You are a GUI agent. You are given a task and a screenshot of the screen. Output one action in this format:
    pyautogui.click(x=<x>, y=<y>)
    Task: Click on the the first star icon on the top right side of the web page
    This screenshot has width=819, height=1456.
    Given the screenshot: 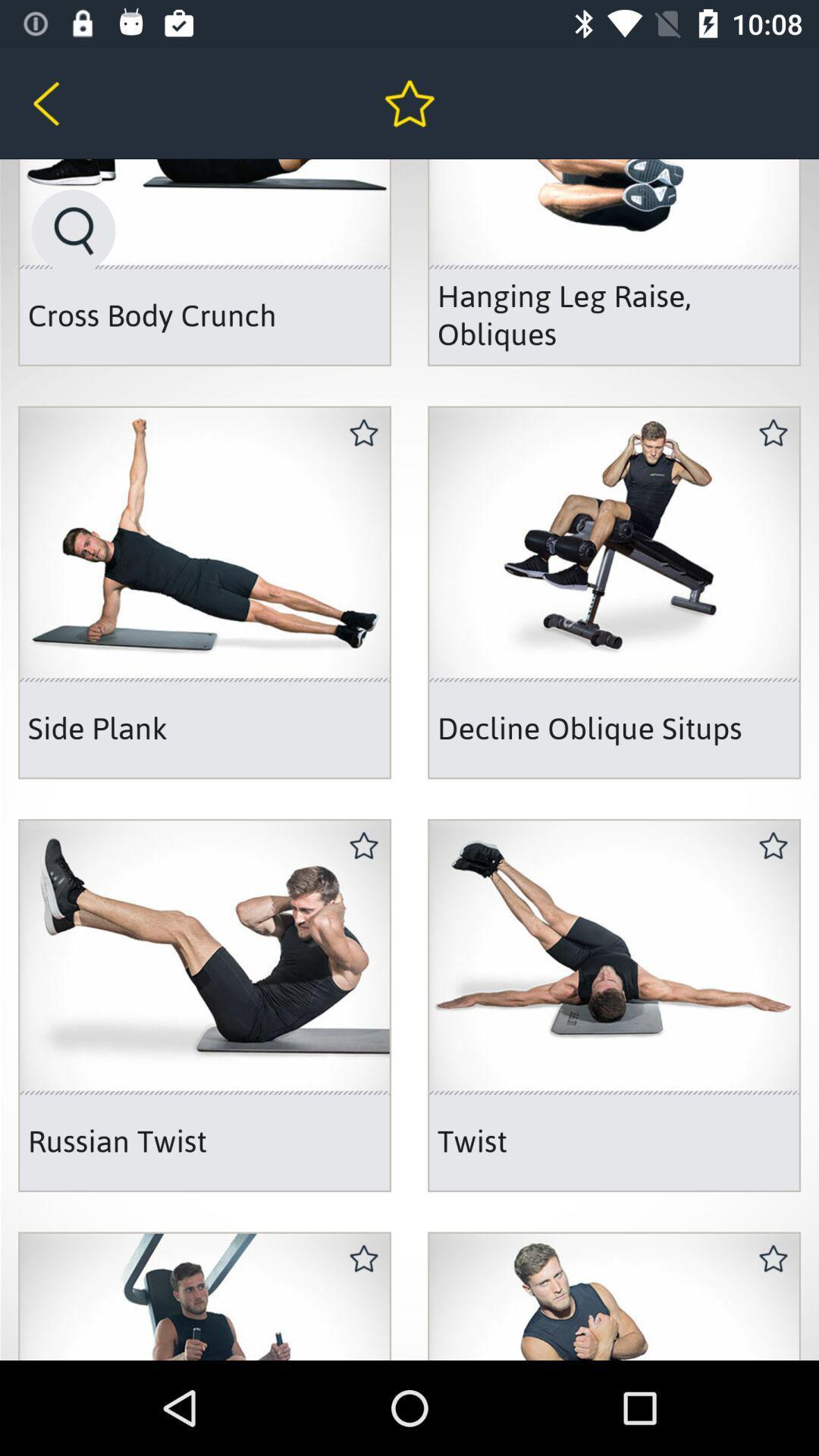 What is the action you would take?
    pyautogui.click(x=773, y=432)
    